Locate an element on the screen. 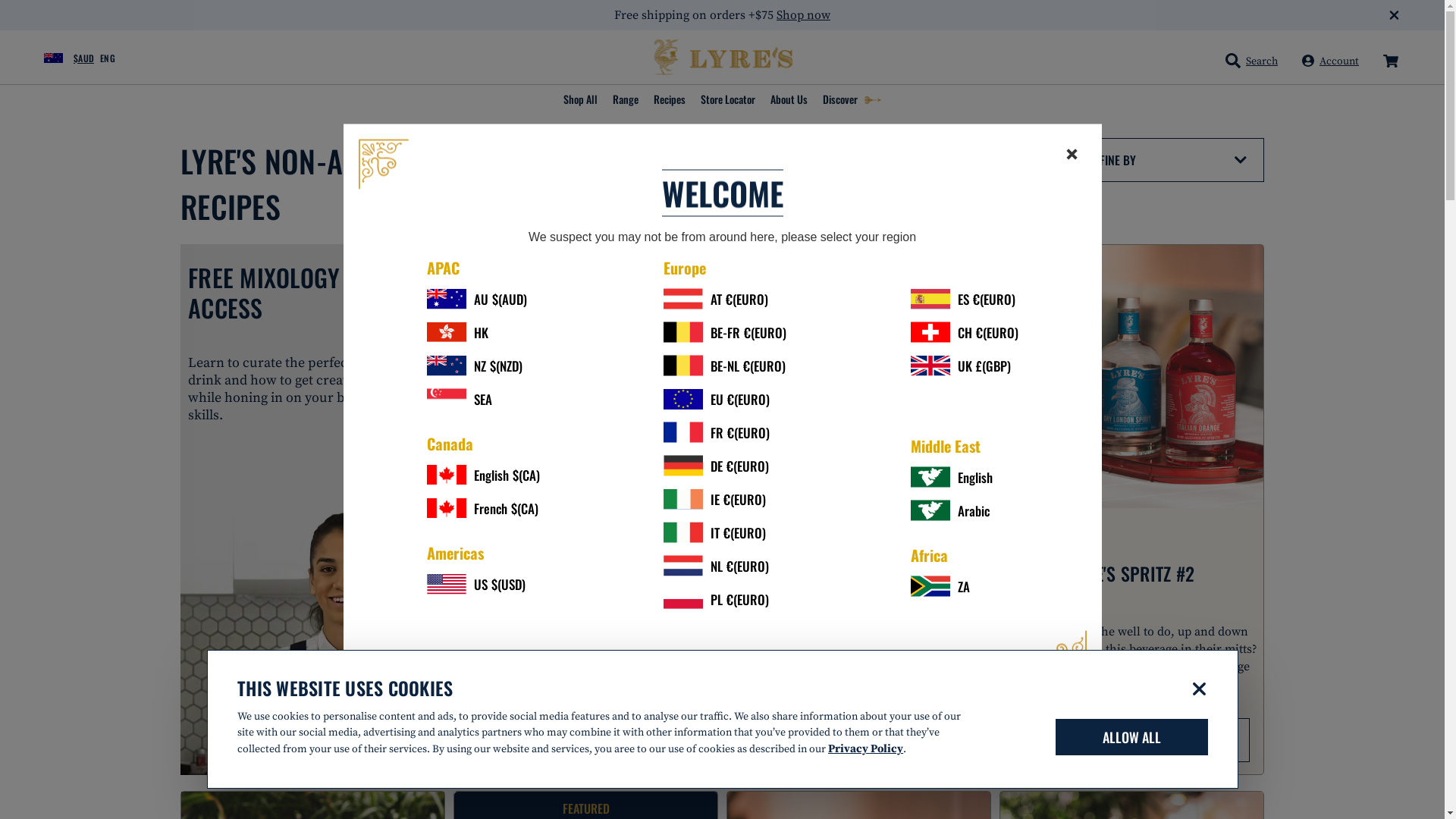 This screenshot has height=819, width=1456. 'Recipes' is located at coordinates (669, 99).